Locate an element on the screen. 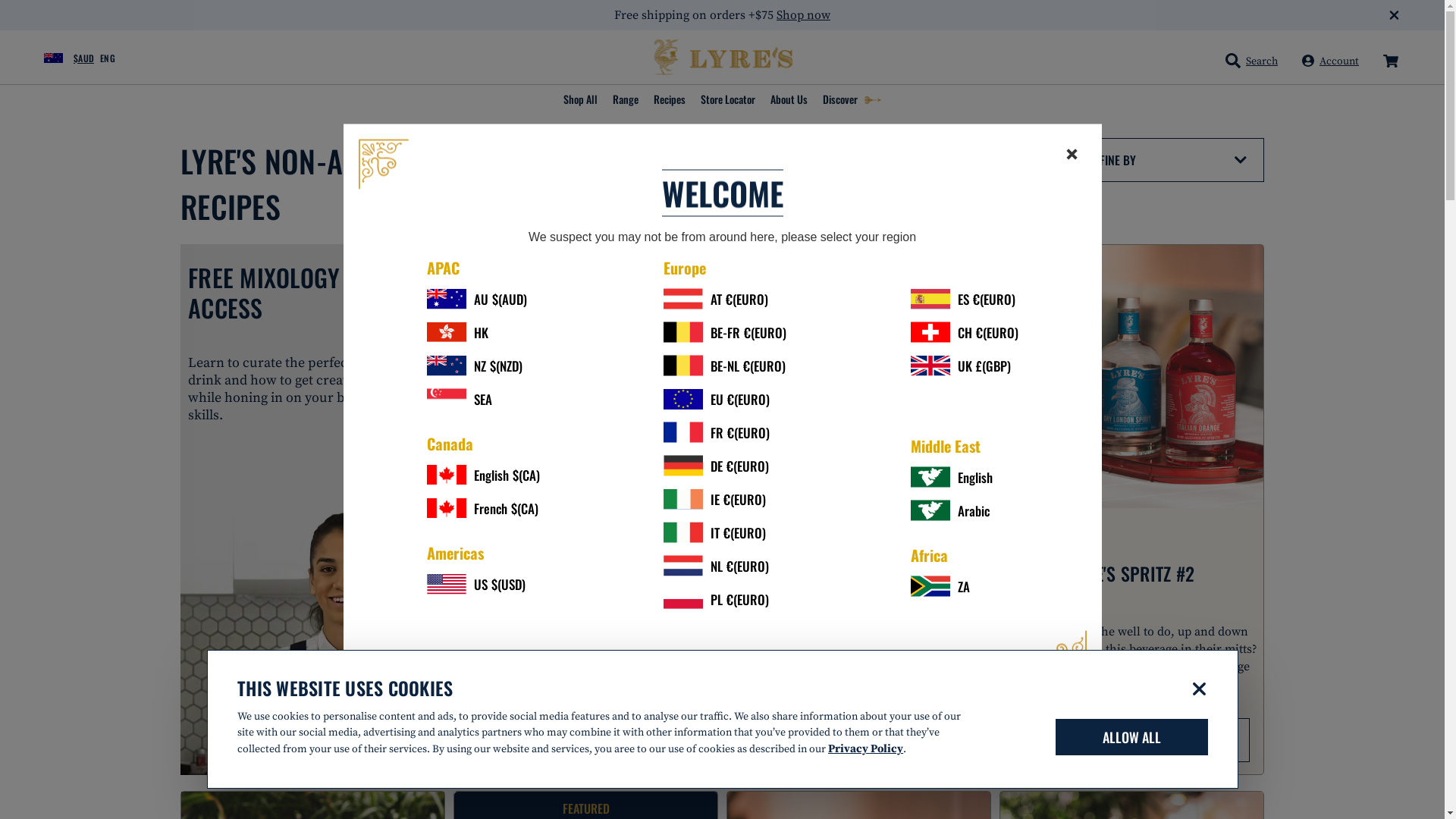 This screenshot has height=819, width=1456. 'Recipes' is located at coordinates (669, 99).